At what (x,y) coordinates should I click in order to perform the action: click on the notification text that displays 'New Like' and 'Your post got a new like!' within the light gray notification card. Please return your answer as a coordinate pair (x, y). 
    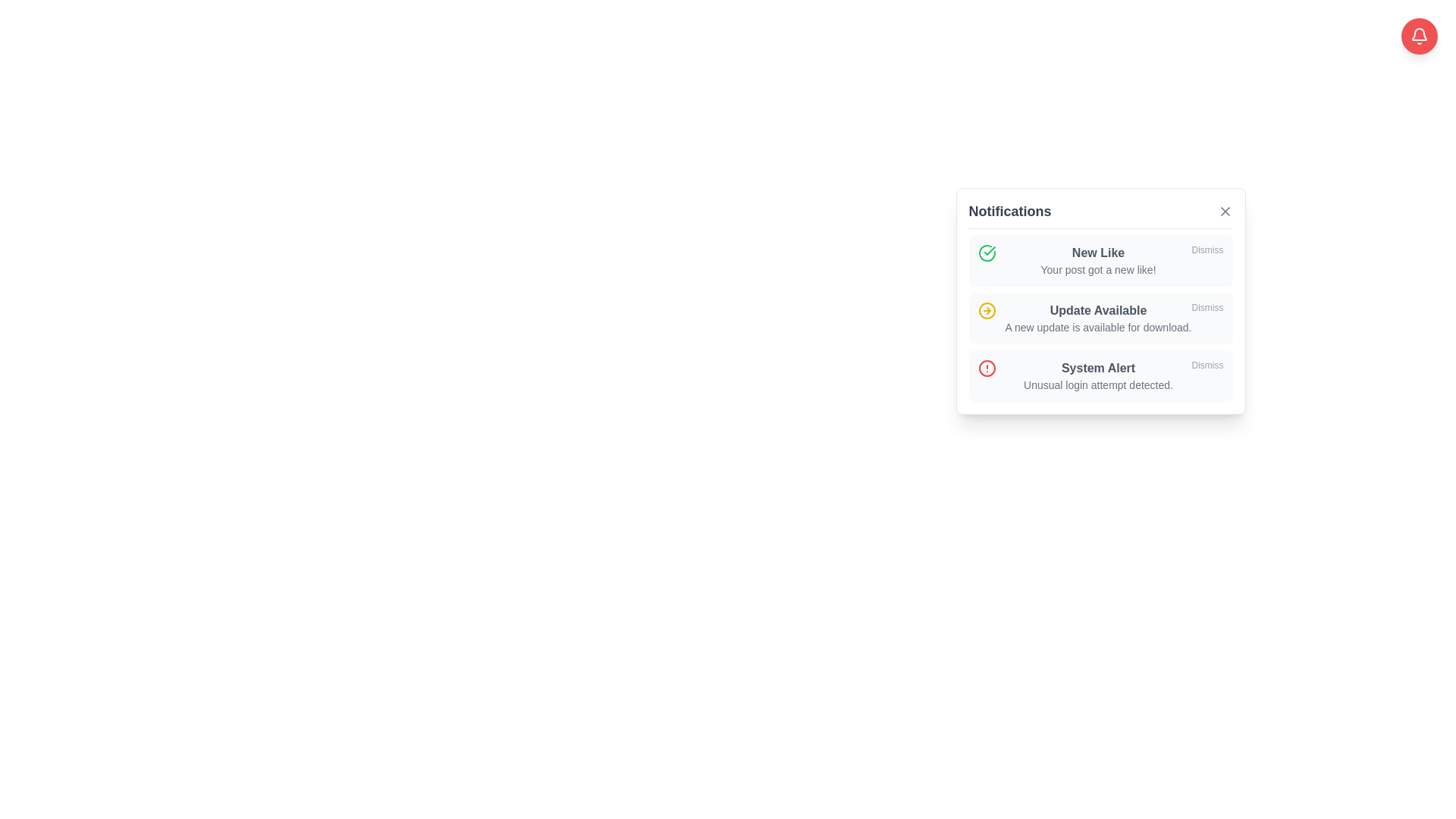
    Looking at the image, I should click on (1098, 259).